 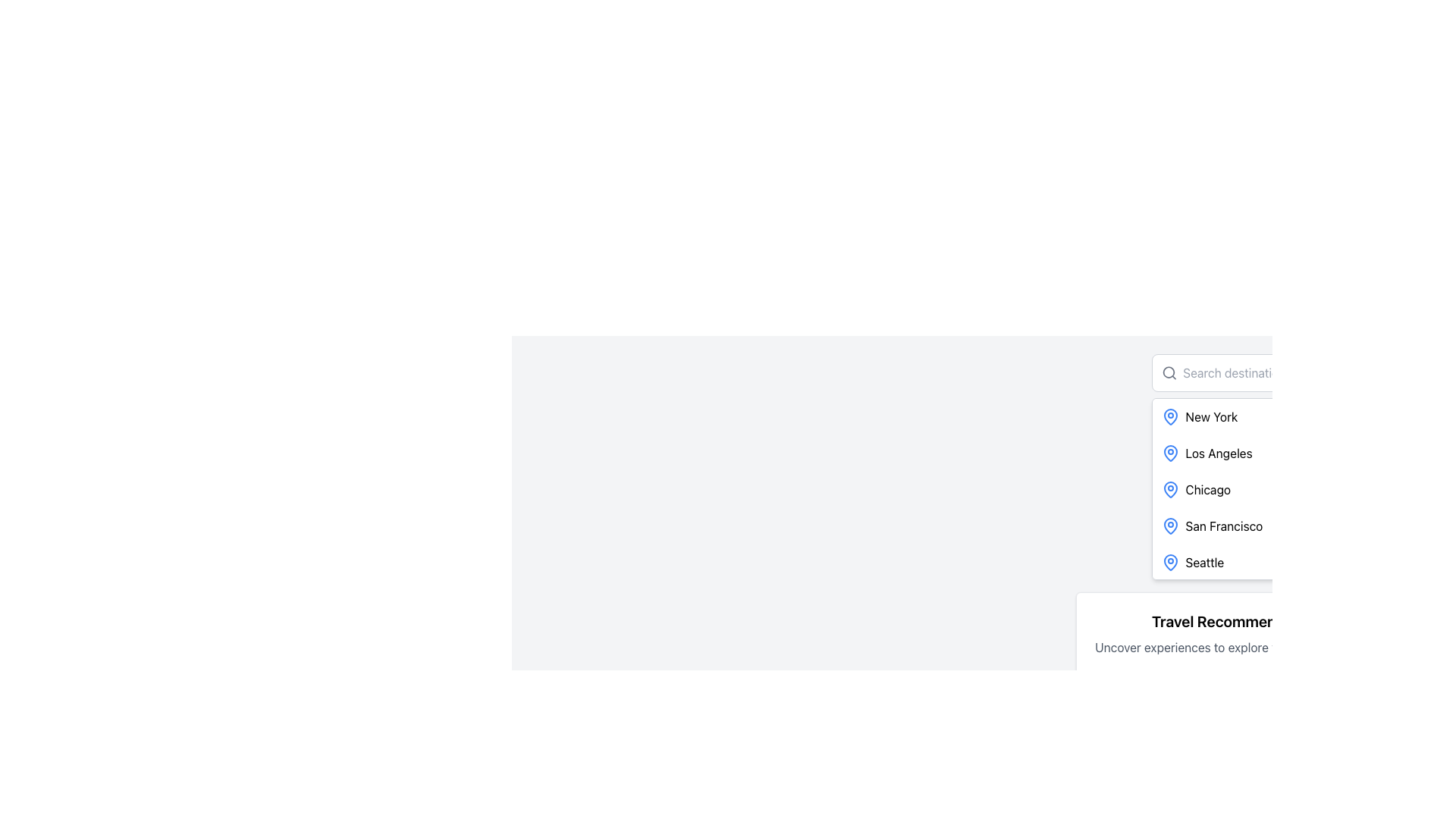 What do you see at coordinates (1169, 452) in the screenshot?
I see `the blue outlined map pin icon next to 'Los Angeles'` at bounding box center [1169, 452].